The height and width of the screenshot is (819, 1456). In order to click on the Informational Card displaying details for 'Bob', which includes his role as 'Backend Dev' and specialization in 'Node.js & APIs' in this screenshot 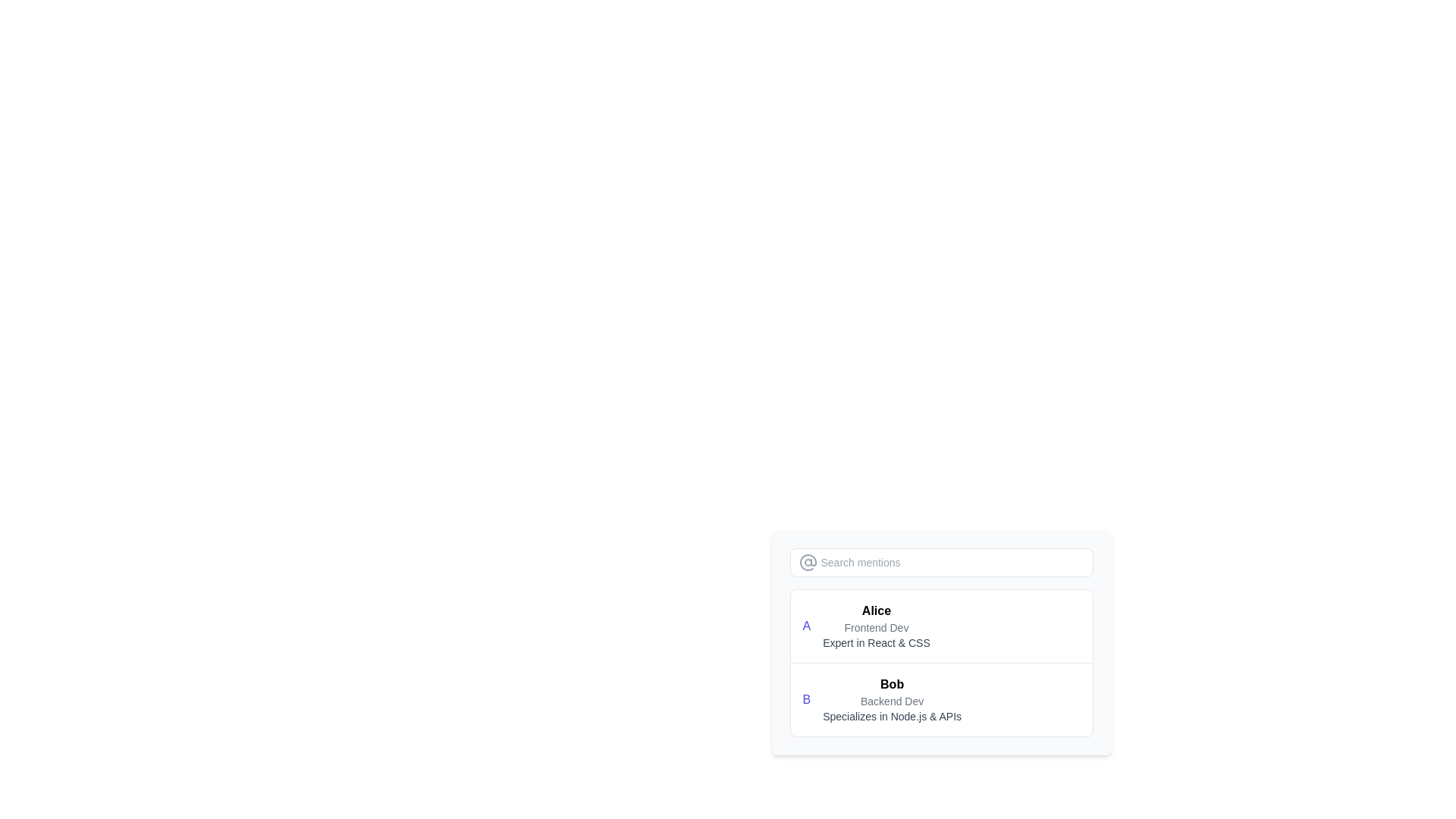, I will do `click(892, 699)`.